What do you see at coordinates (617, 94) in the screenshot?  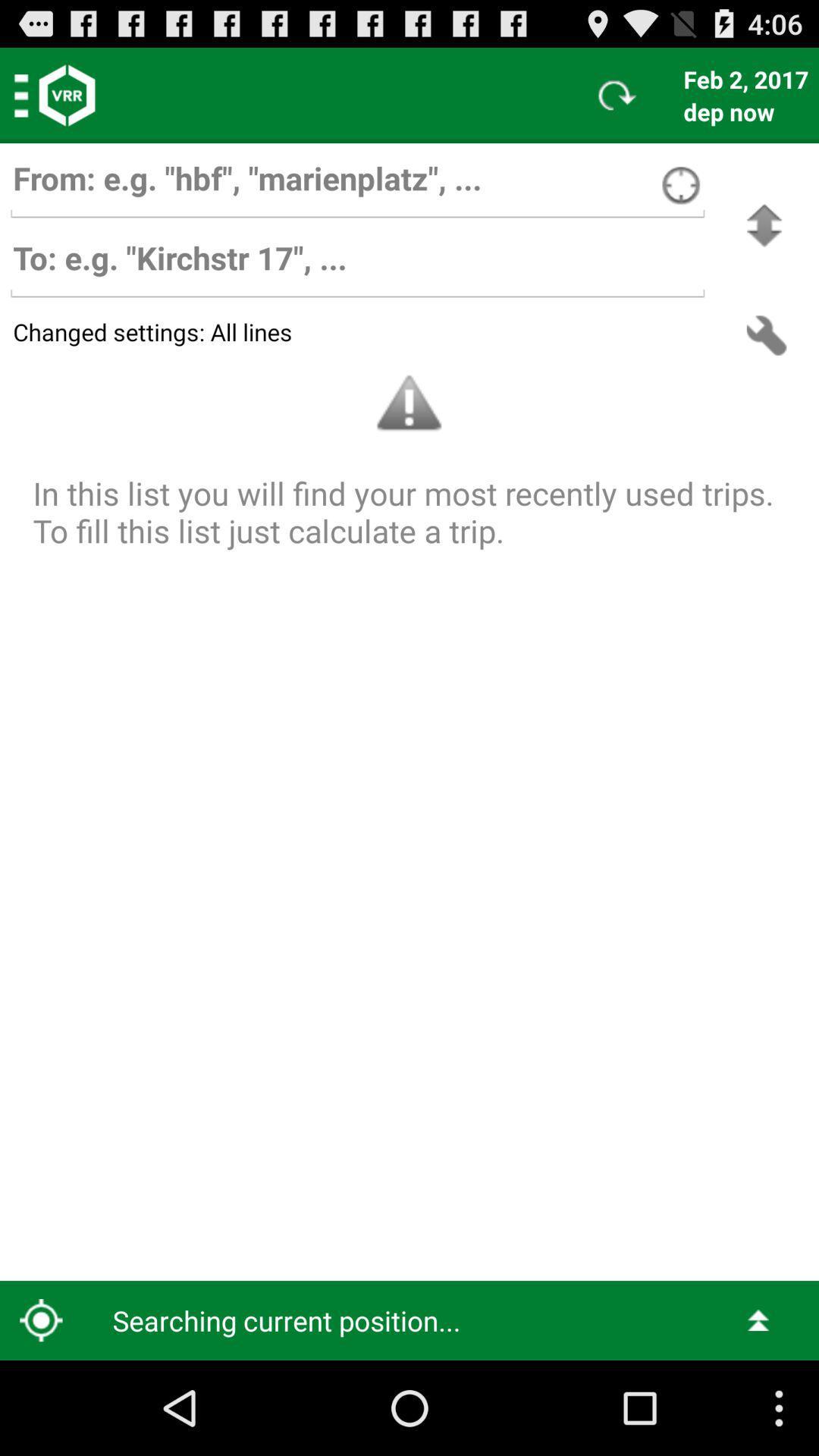 I see `the item next to the feb 2, 2017 icon` at bounding box center [617, 94].